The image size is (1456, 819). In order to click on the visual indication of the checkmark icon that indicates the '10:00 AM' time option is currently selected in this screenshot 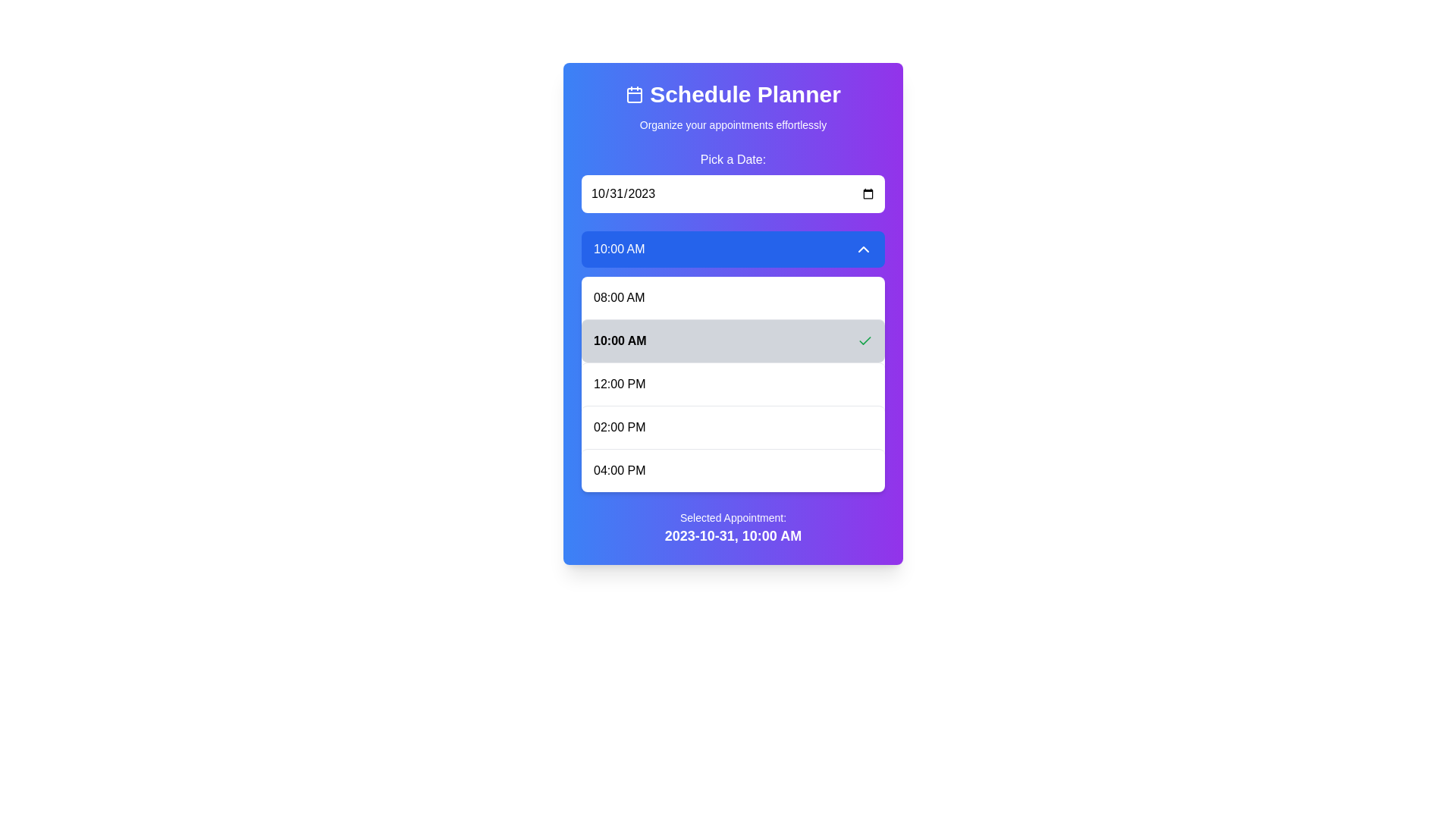, I will do `click(865, 341)`.